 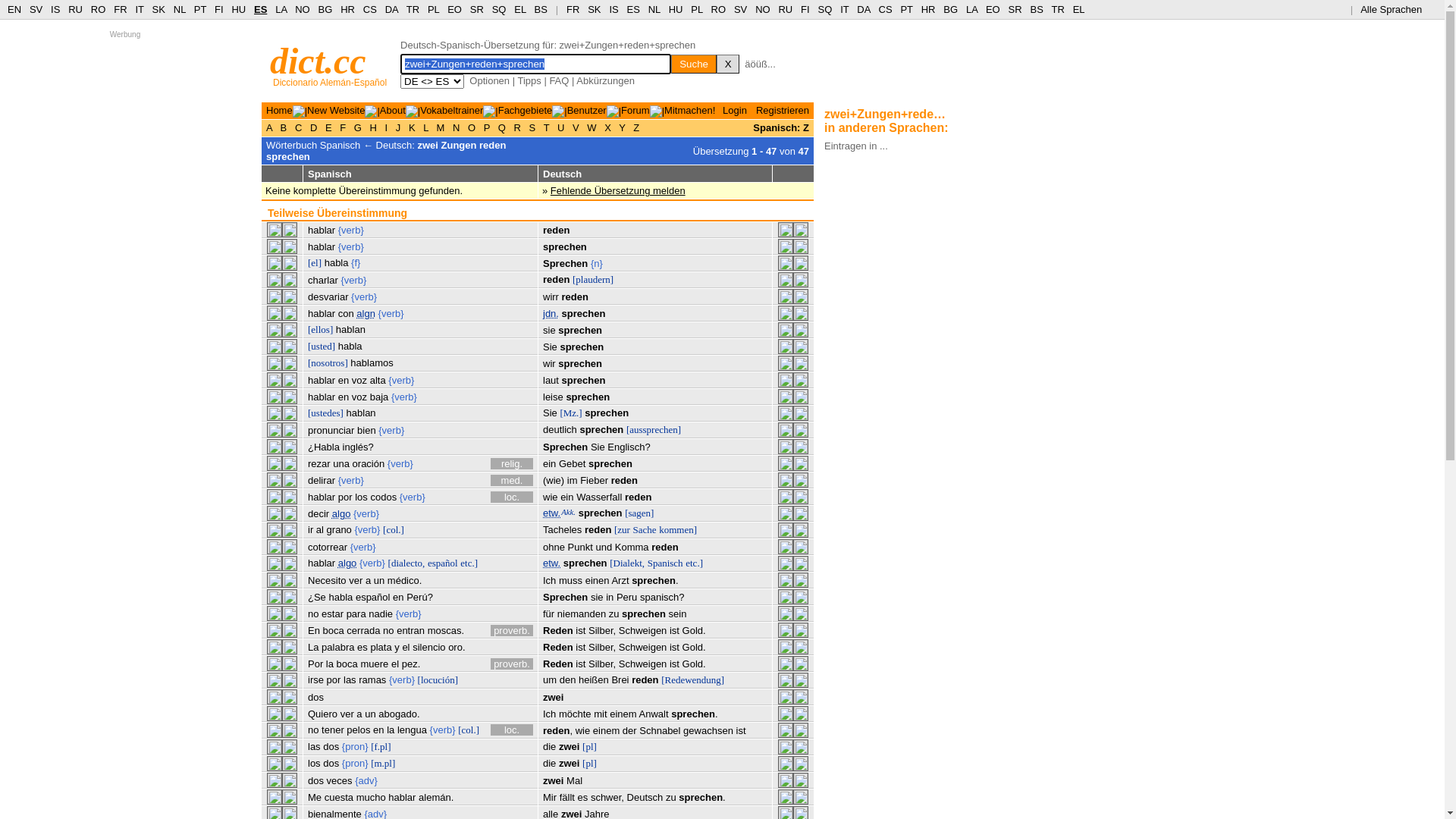 What do you see at coordinates (307, 547) in the screenshot?
I see `'cotorrear'` at bounding box center [307, 547].